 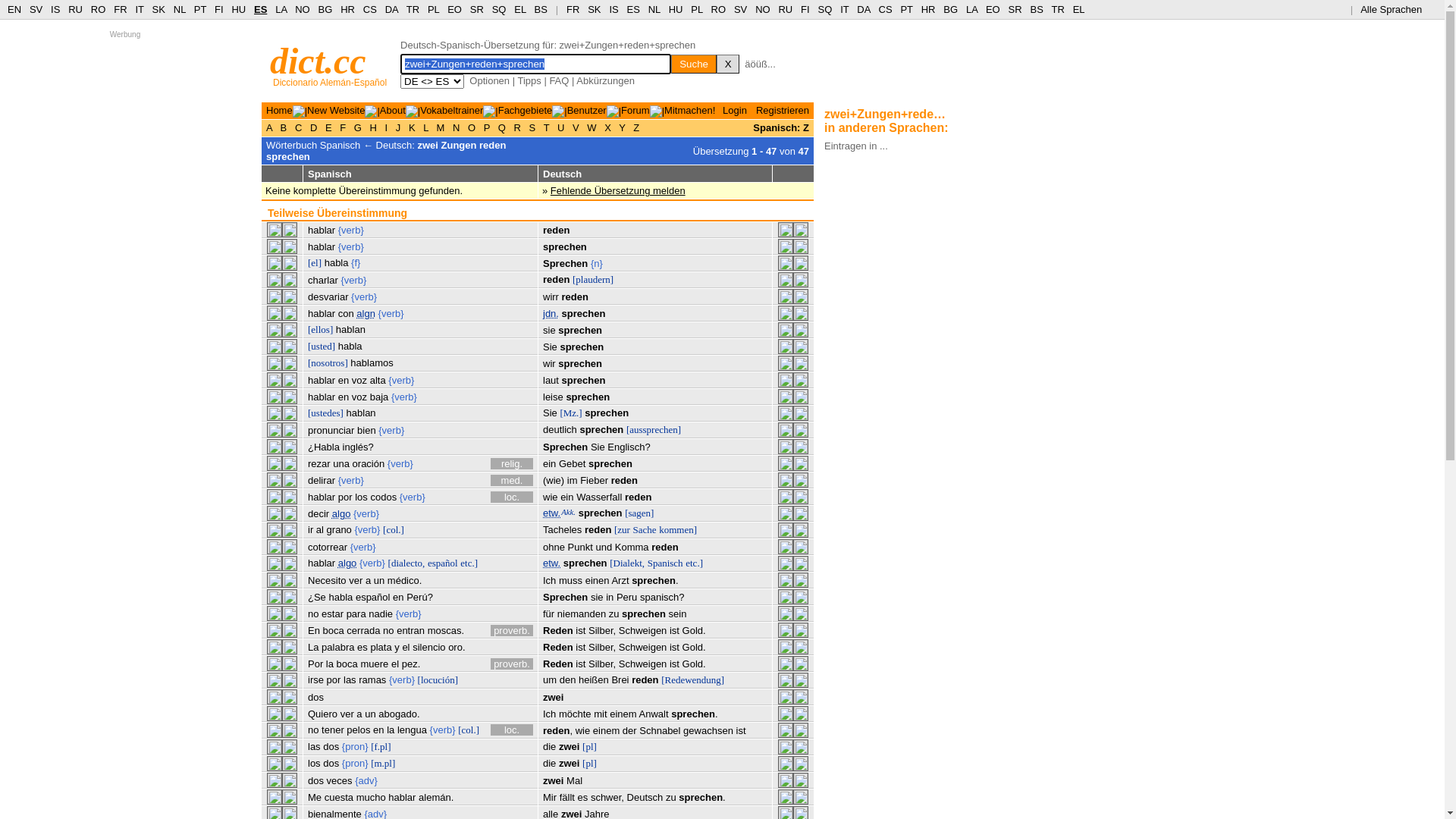 What do you see at coordinates (307, 547) in the screenshot?
I see `'cotorrear'` at bounding box center [307, 547].